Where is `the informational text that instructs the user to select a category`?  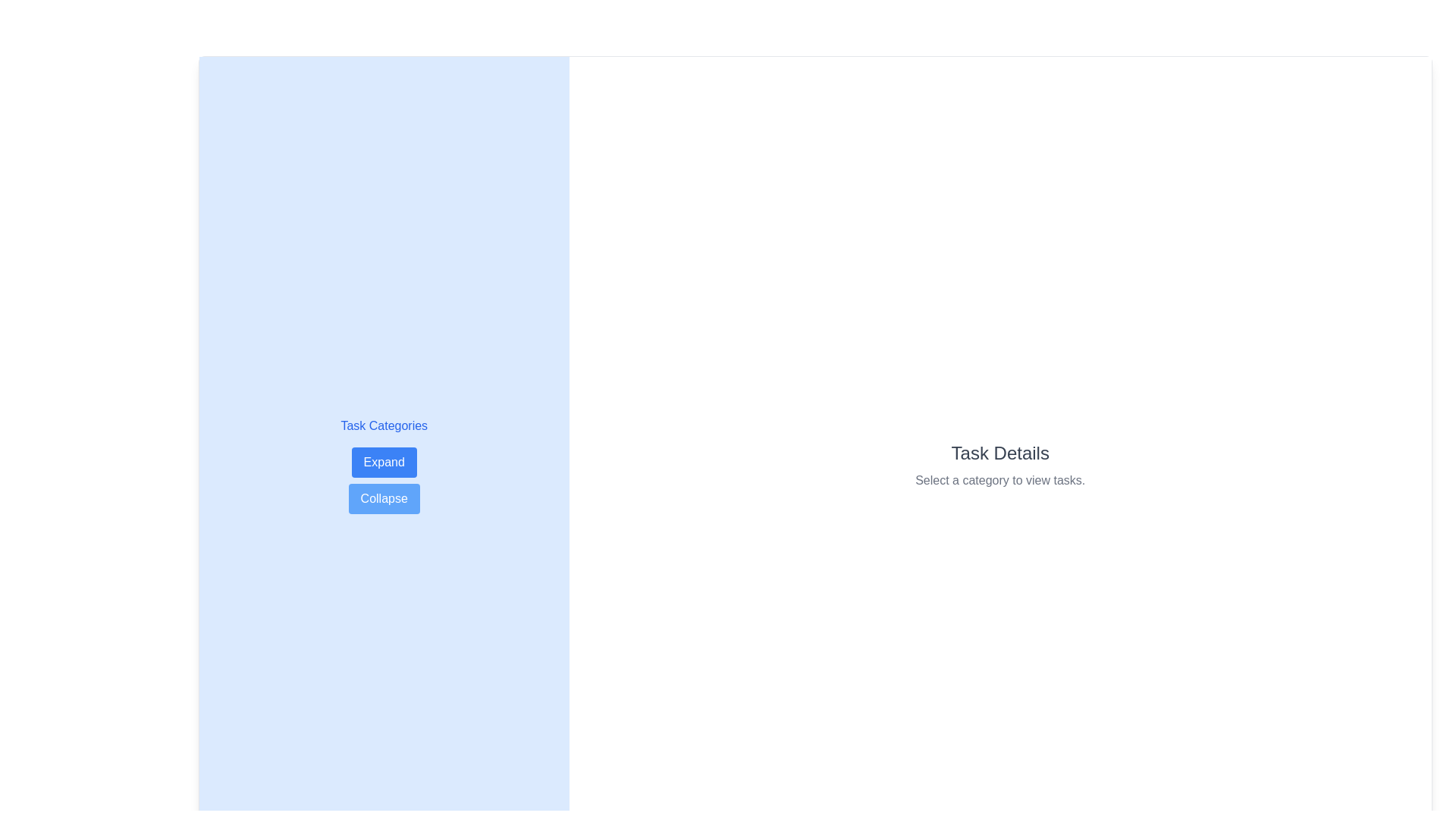 the informational text that instructs the user to select a category is located at coordinates (1000, 480).